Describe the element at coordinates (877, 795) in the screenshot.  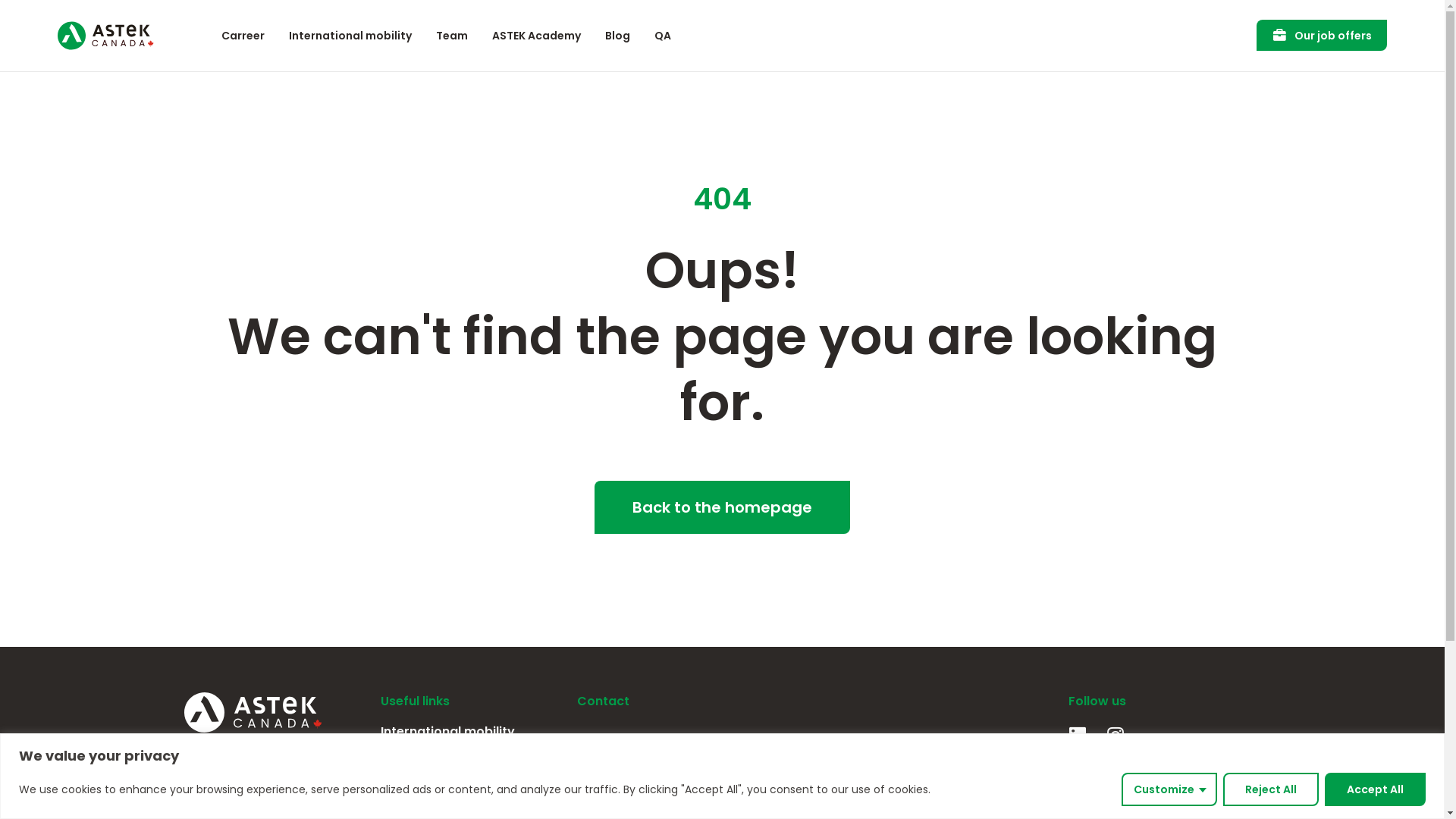
I see `'+1 (416) 540-9553'` at that location.